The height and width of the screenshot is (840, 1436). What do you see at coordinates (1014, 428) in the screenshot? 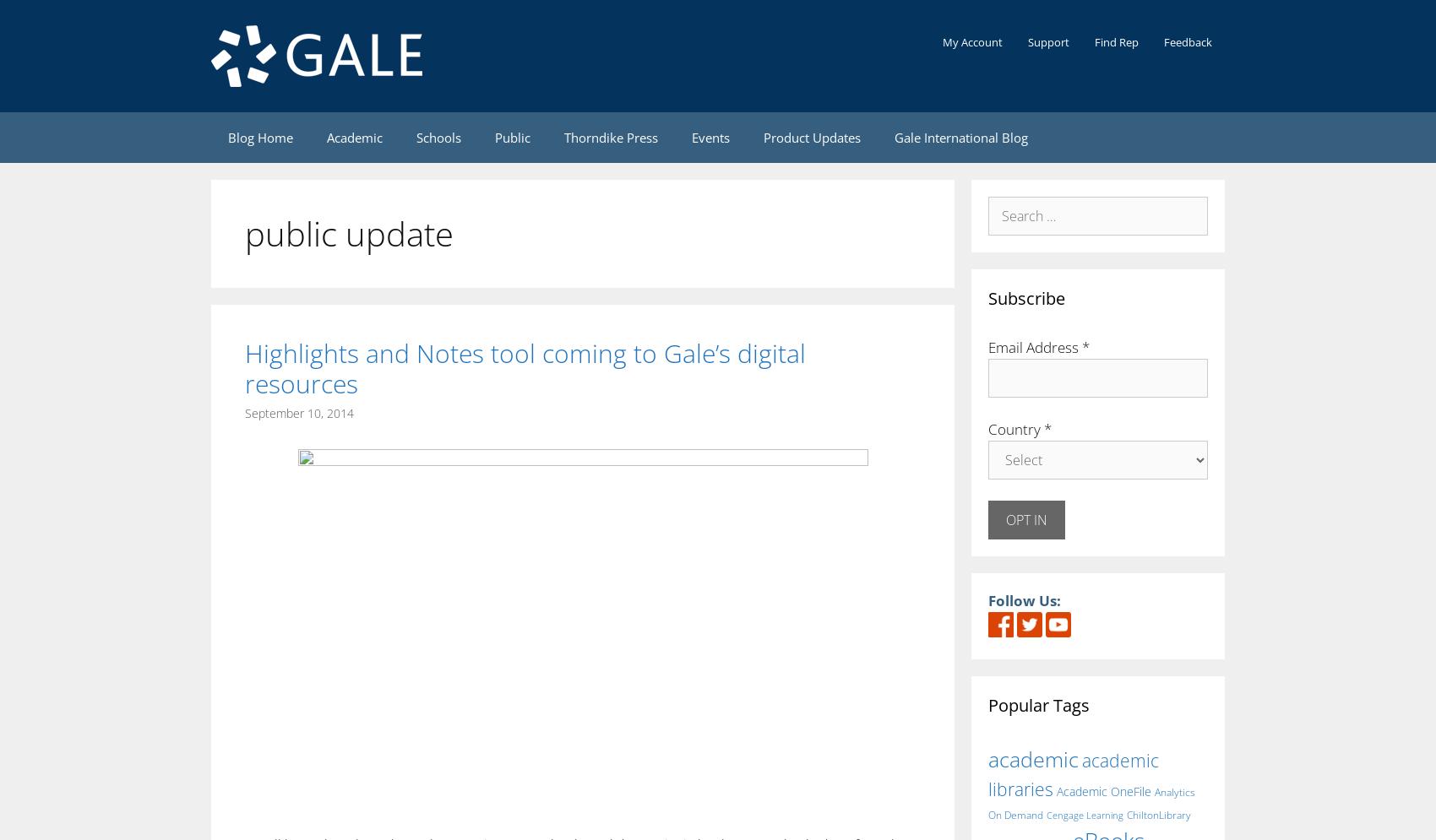
I see `'Country'` at bounding box center [1014, 428].